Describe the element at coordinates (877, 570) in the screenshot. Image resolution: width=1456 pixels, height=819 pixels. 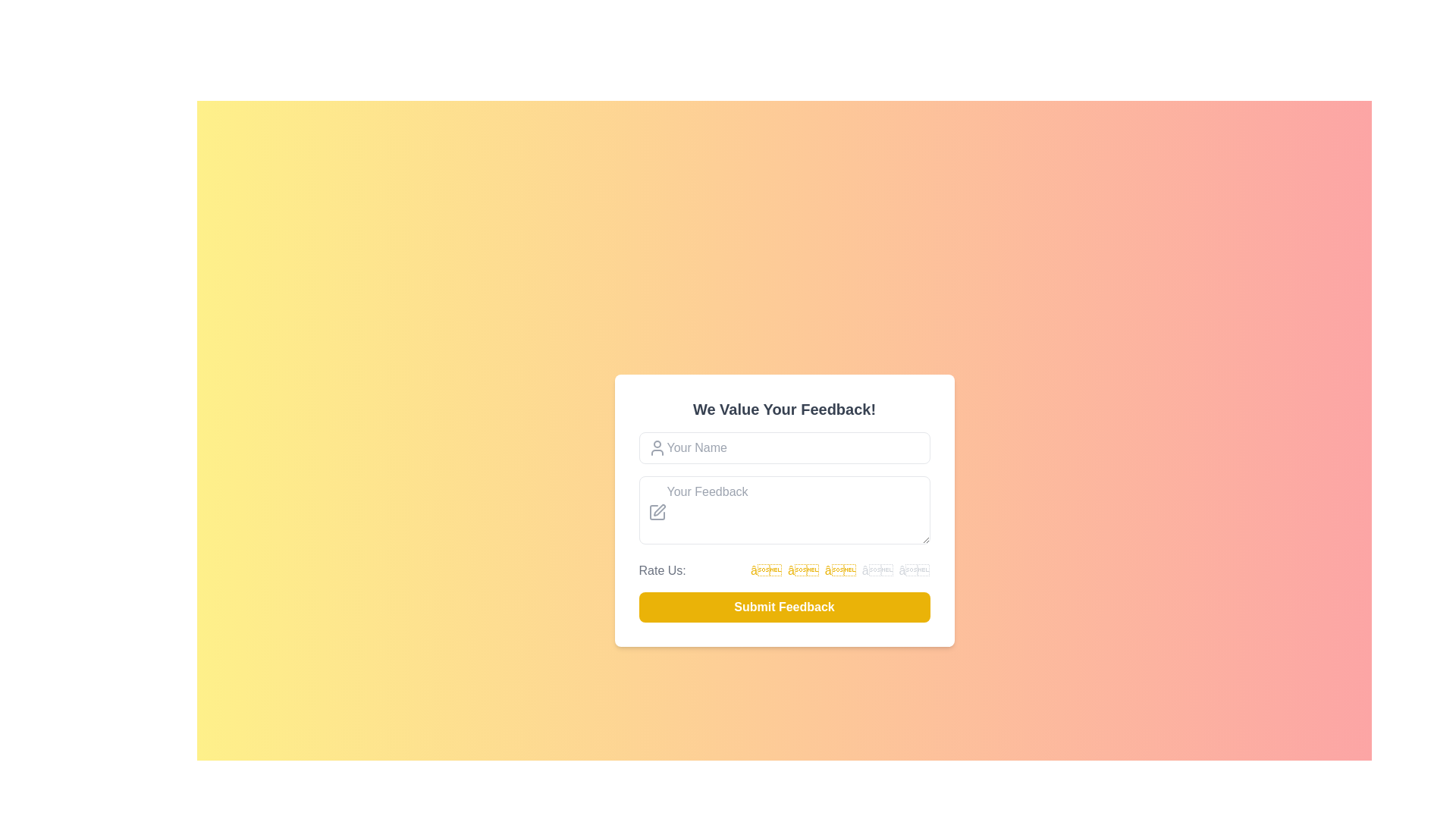
I see `the fourth star button in the five-star rating system` at that location.